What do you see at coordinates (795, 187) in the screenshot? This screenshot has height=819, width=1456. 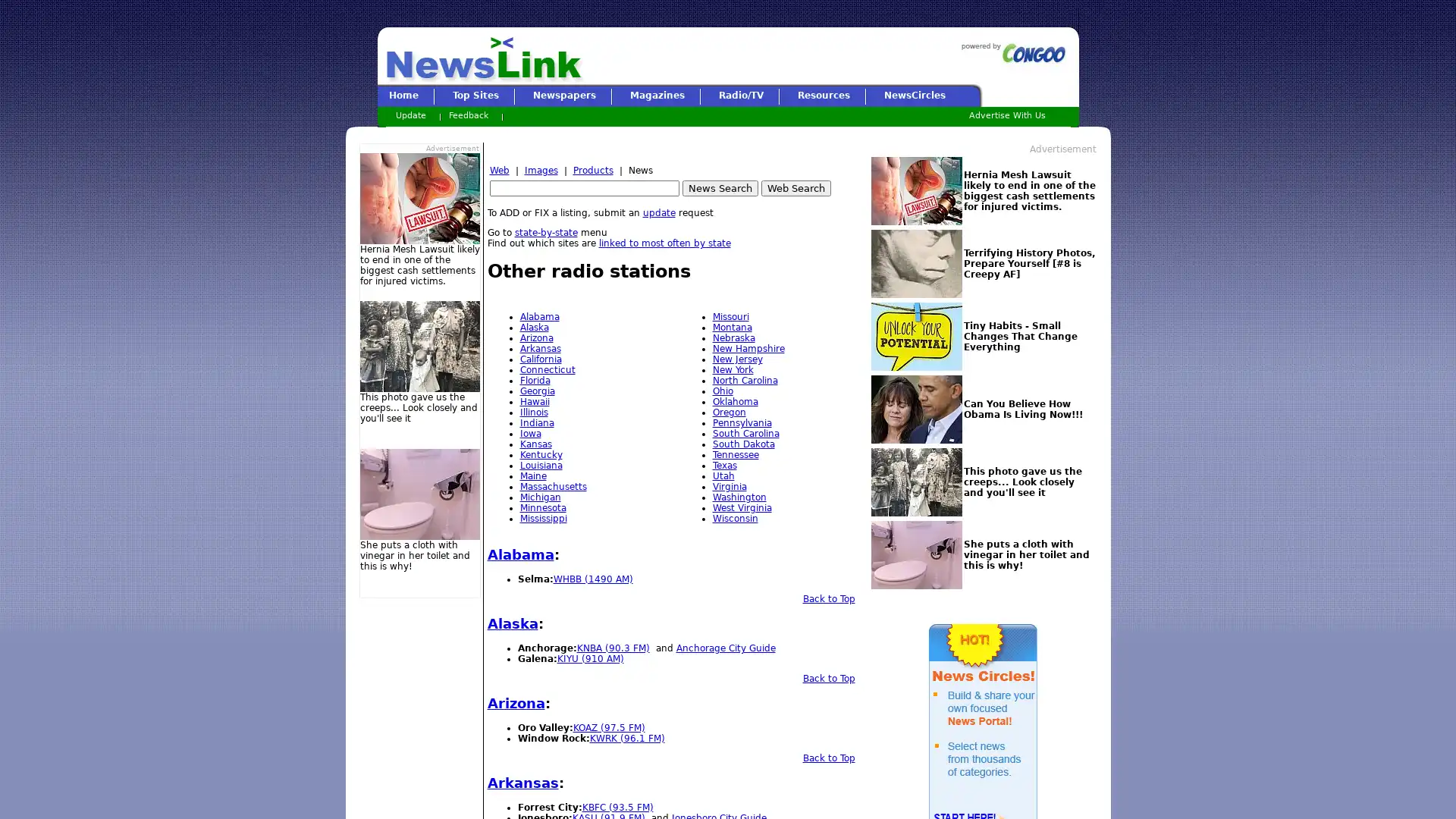 I see `Web Search` at bounding box center [795, 187].